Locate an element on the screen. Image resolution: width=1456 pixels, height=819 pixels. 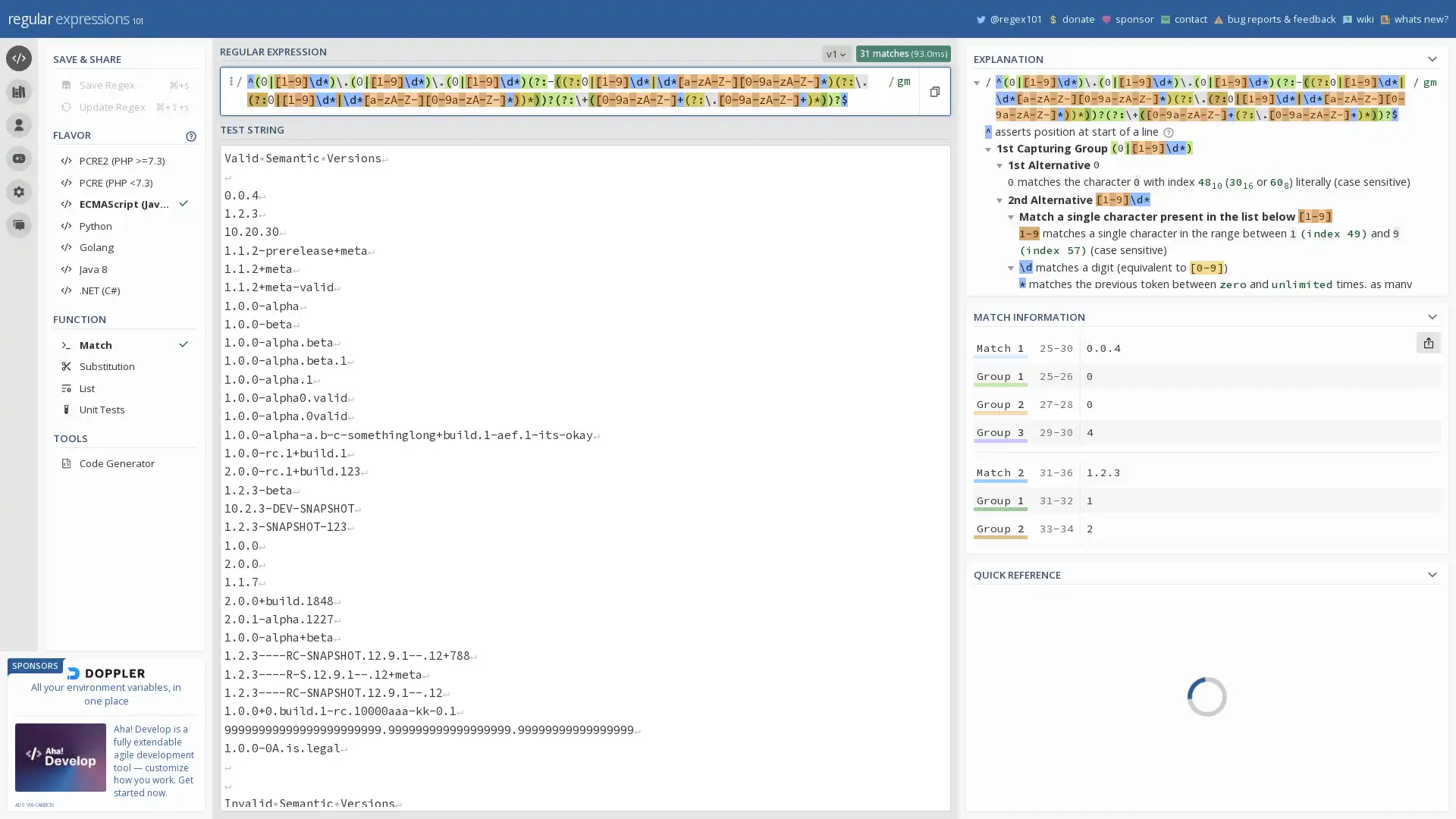
Collapse Subtree is located at coordinates (979, 82).